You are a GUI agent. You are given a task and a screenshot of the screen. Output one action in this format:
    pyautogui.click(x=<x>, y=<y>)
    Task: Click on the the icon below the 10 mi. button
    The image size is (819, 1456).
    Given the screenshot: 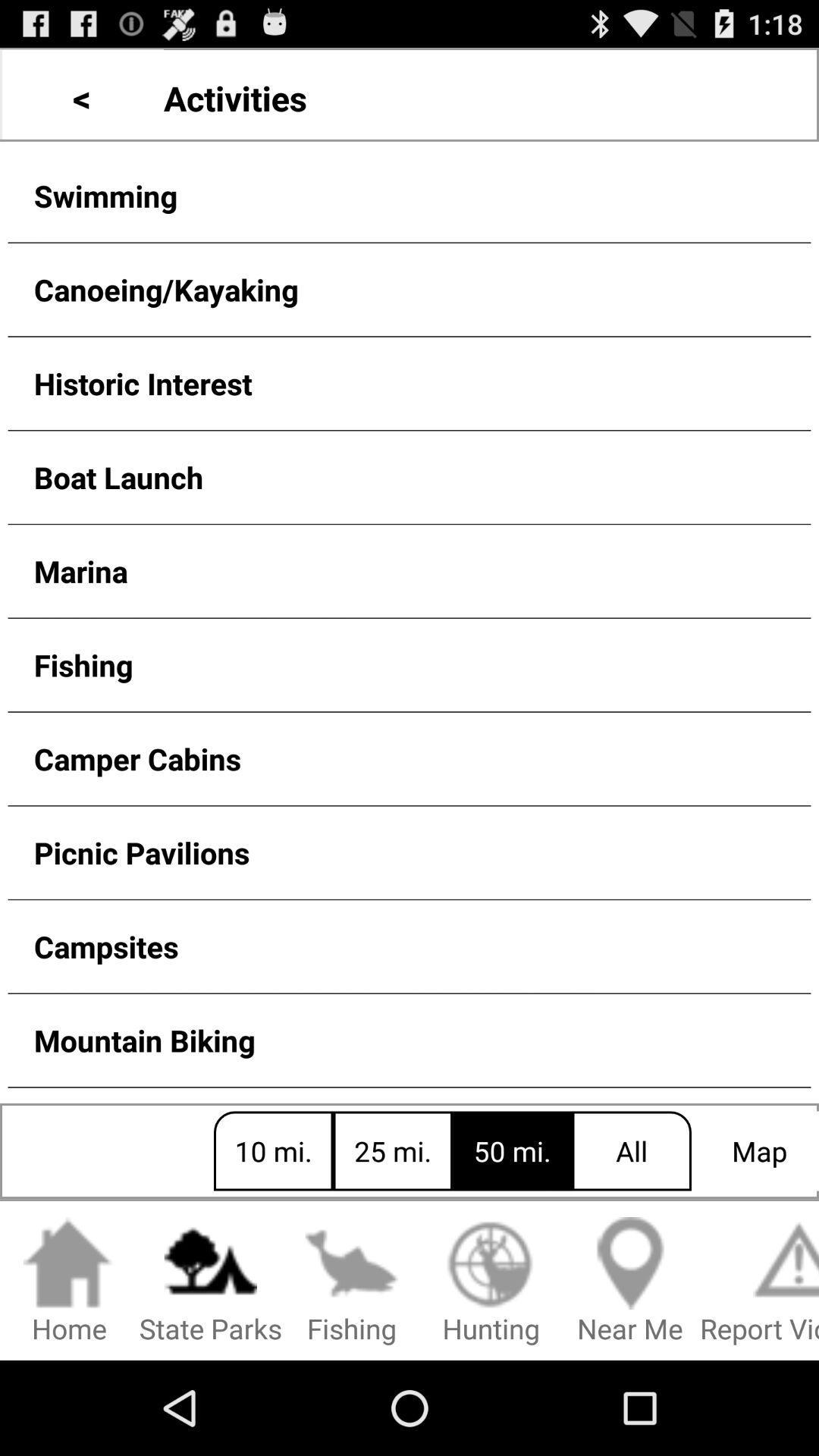 What is the action you would take?
    pyautogui.click(x=210, y=1281)
    